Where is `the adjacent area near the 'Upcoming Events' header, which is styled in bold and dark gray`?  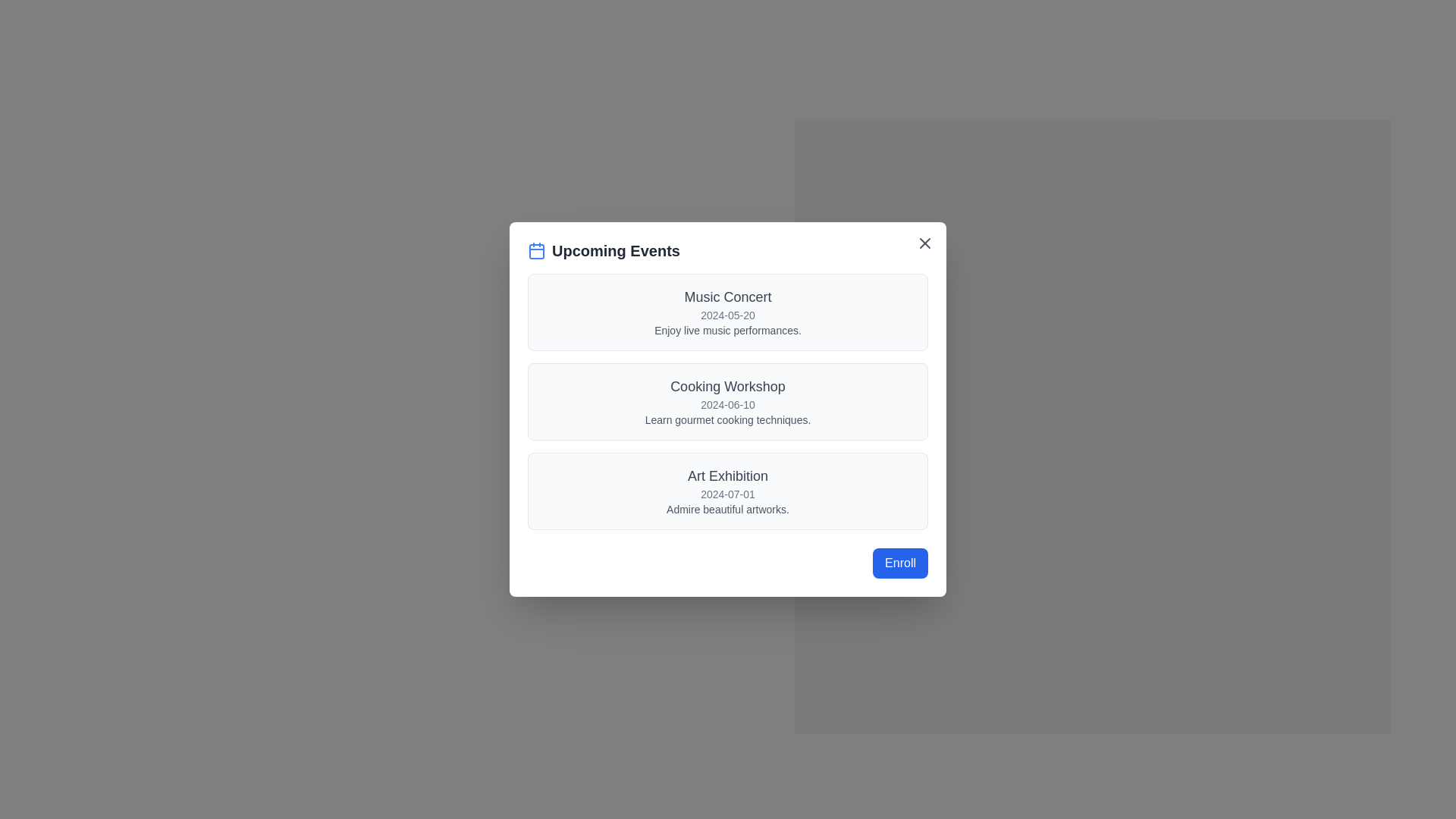 the adjacent area near the 'Upcoming Events' header, which is styled in bold and dark gray is located at coordinates (728, 250).